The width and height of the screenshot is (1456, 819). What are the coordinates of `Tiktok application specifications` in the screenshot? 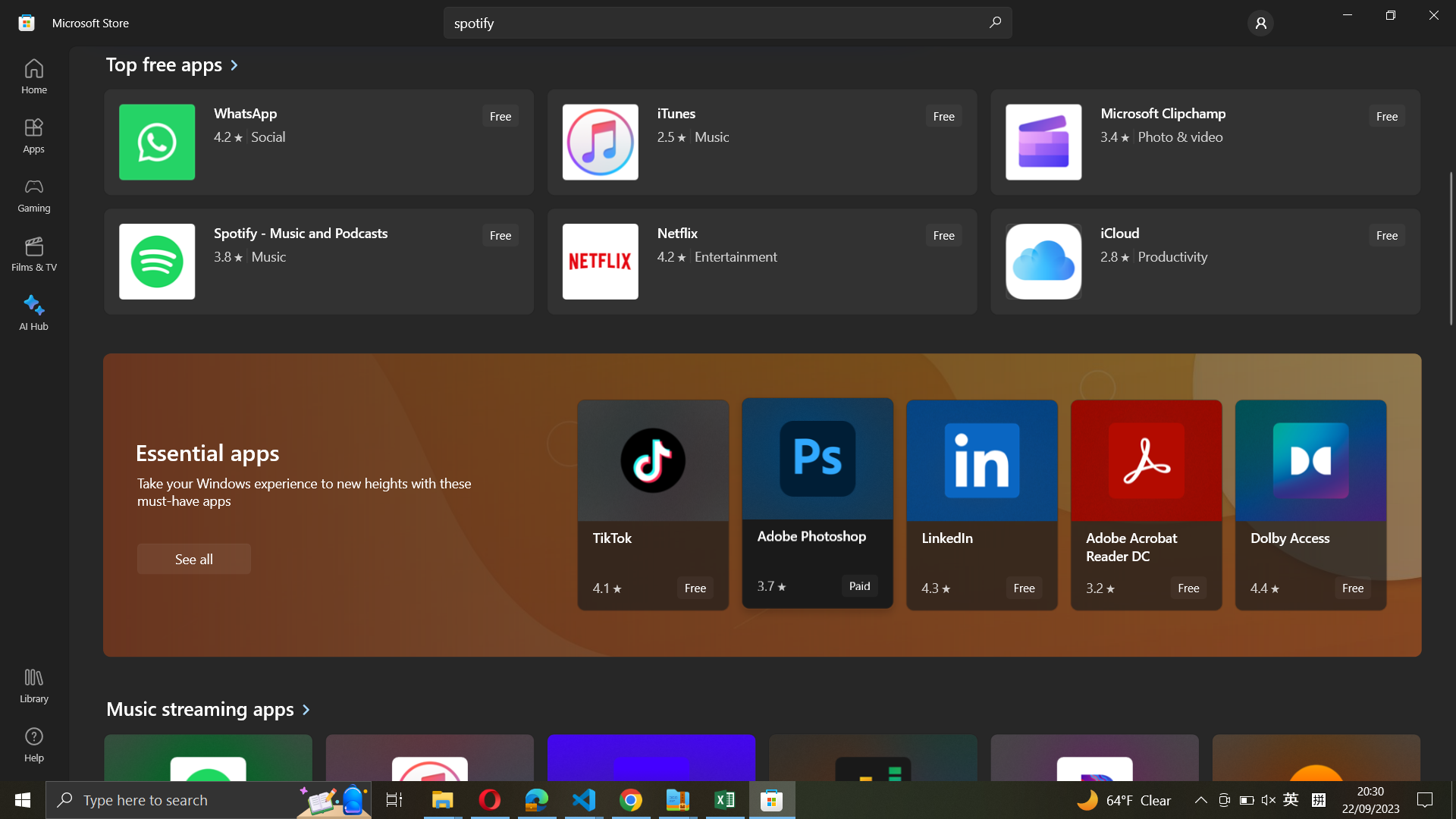 It's located at (652, 505).